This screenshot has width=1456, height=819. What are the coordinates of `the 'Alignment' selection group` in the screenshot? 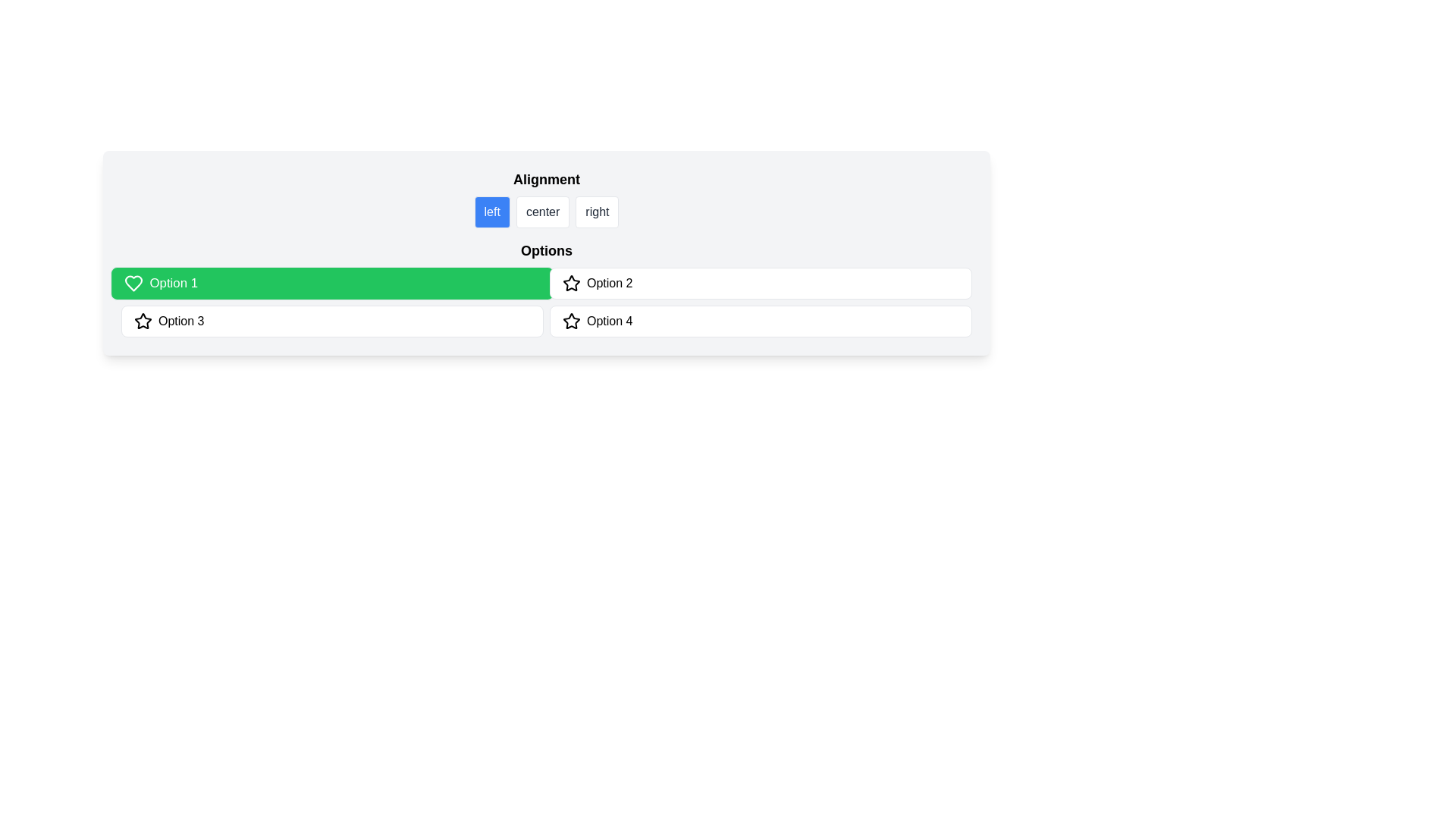 It's located at (546, 198).